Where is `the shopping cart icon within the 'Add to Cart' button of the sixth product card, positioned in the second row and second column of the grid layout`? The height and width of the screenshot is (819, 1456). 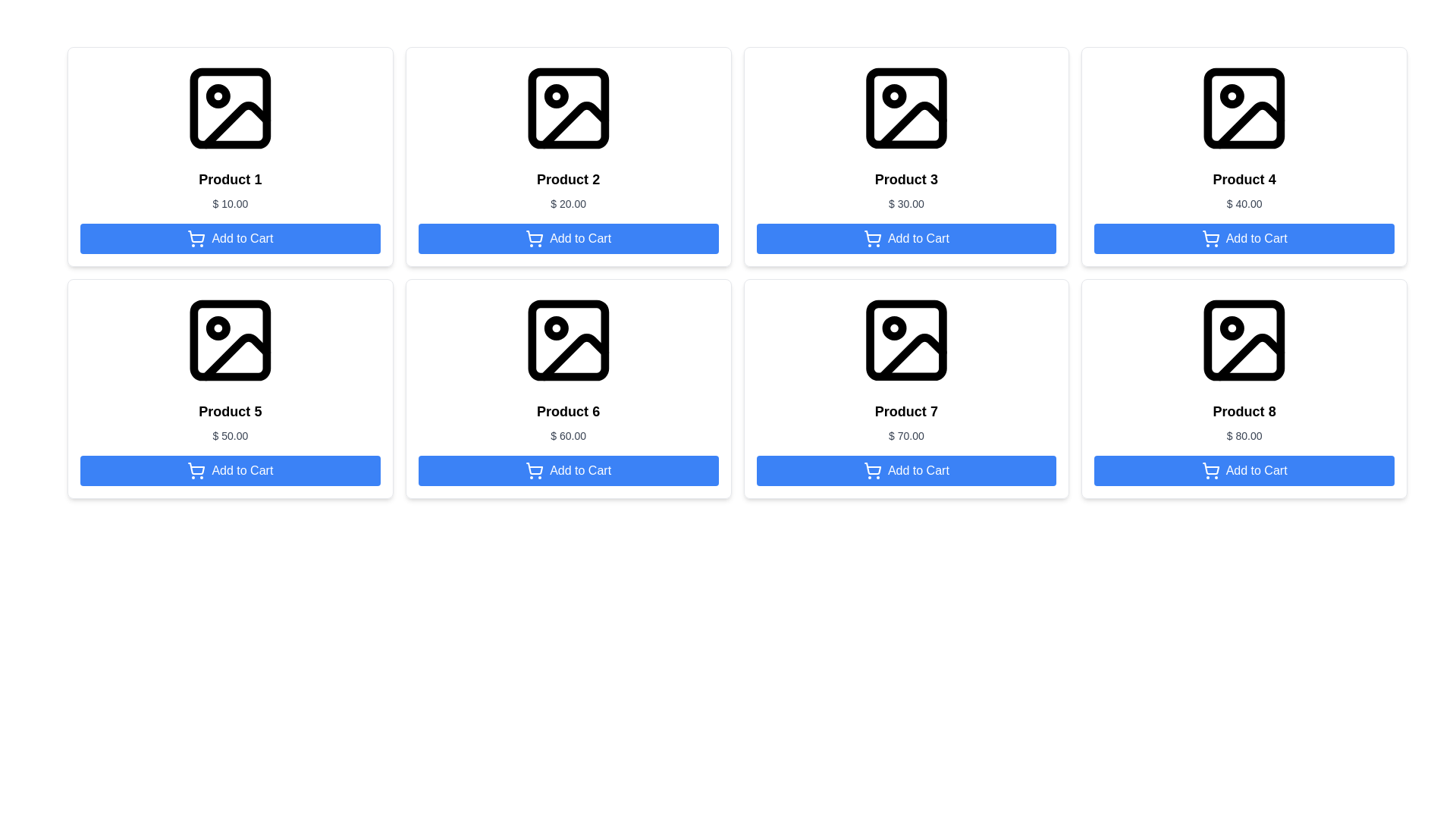 the shopping cart icon within the 'Add to Cart' button of the sixth product card, positioned in the second row and second column of the grid layout is located at coordinates (535, 470).